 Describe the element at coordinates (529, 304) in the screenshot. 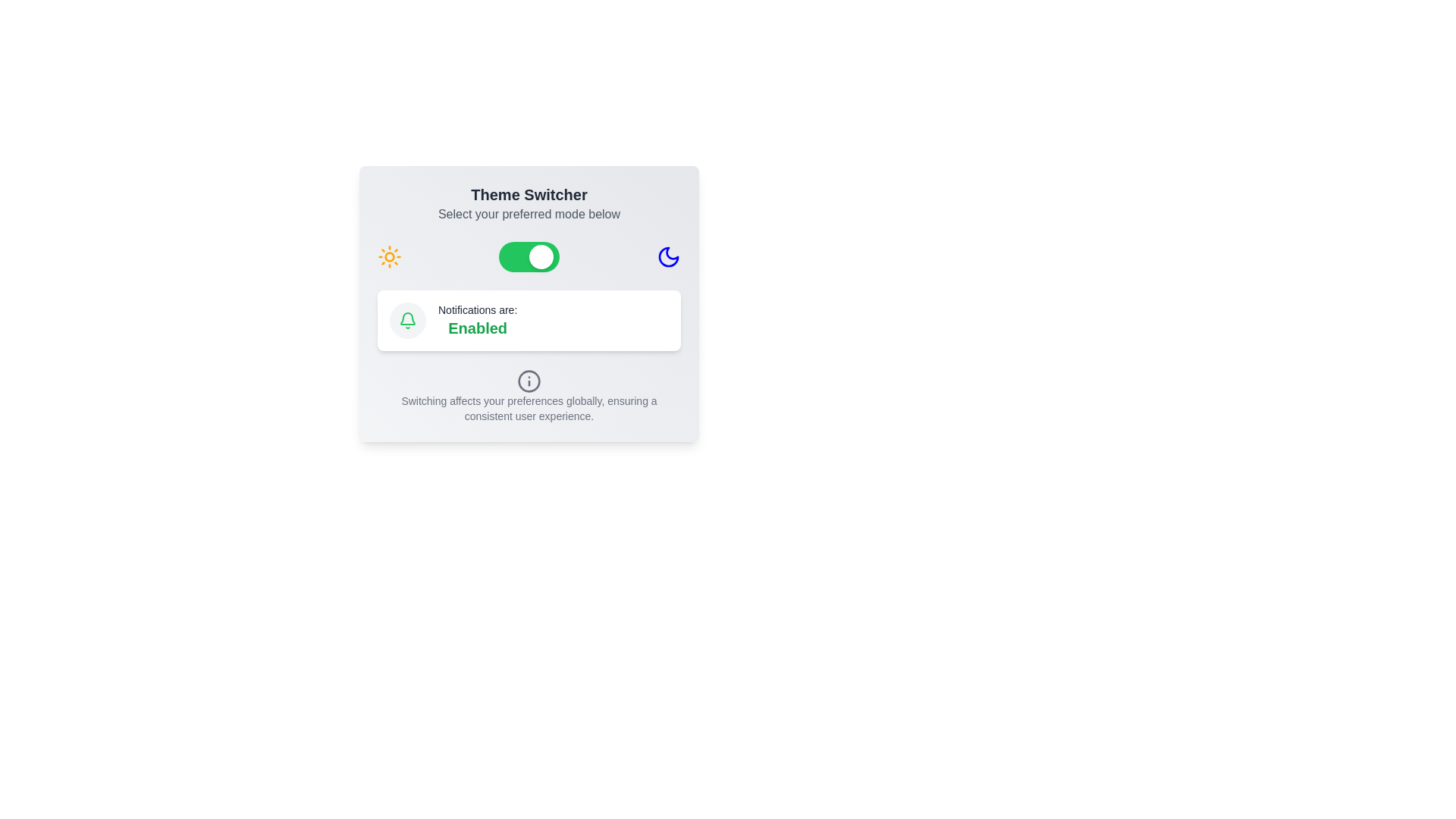

I see `the informational and interactive panel that serves as a theme selection feature and displays notification status by moving the cursor to its center point` at that location.